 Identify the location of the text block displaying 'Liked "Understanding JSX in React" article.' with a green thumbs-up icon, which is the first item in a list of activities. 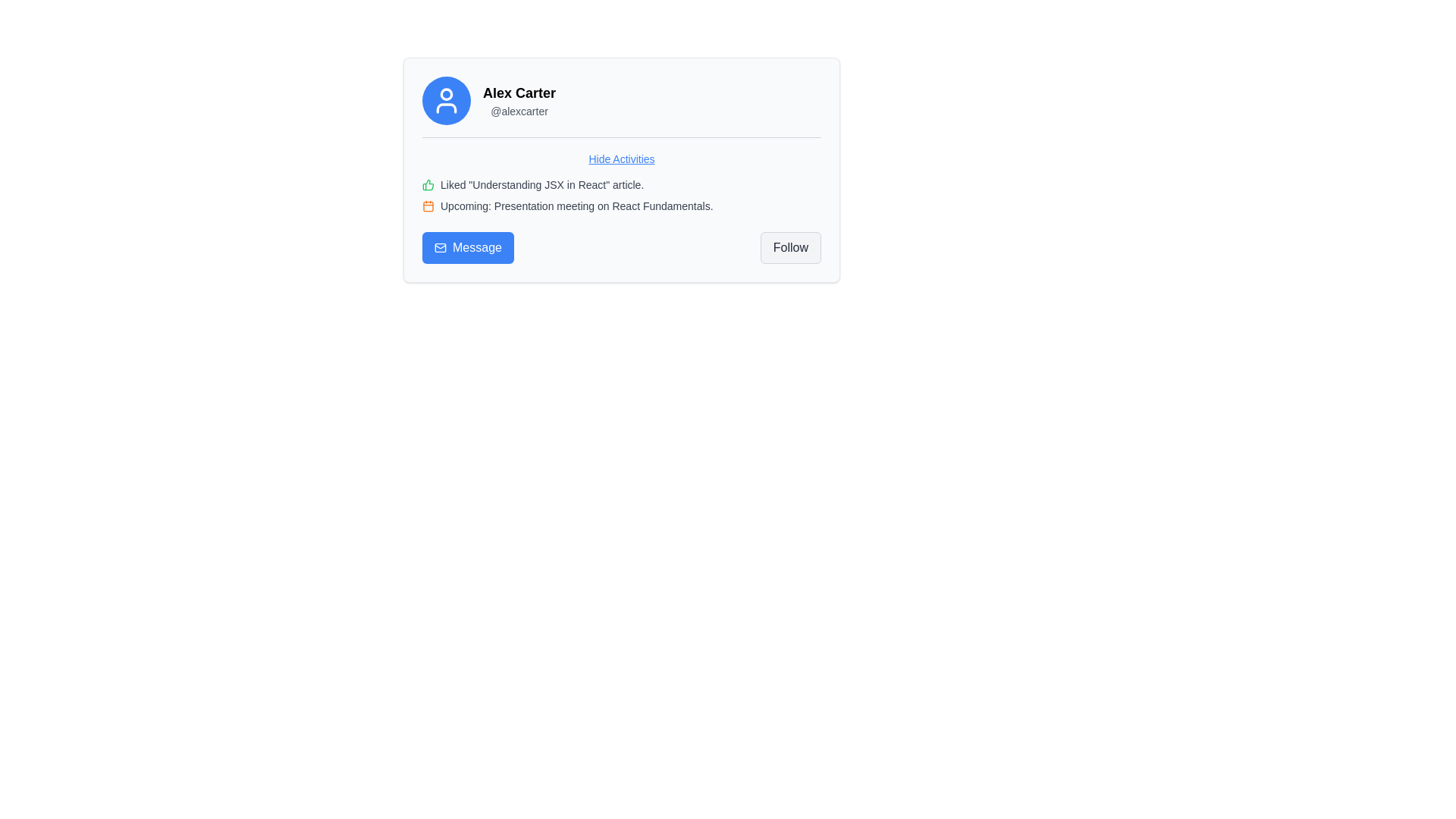
(622, 184).